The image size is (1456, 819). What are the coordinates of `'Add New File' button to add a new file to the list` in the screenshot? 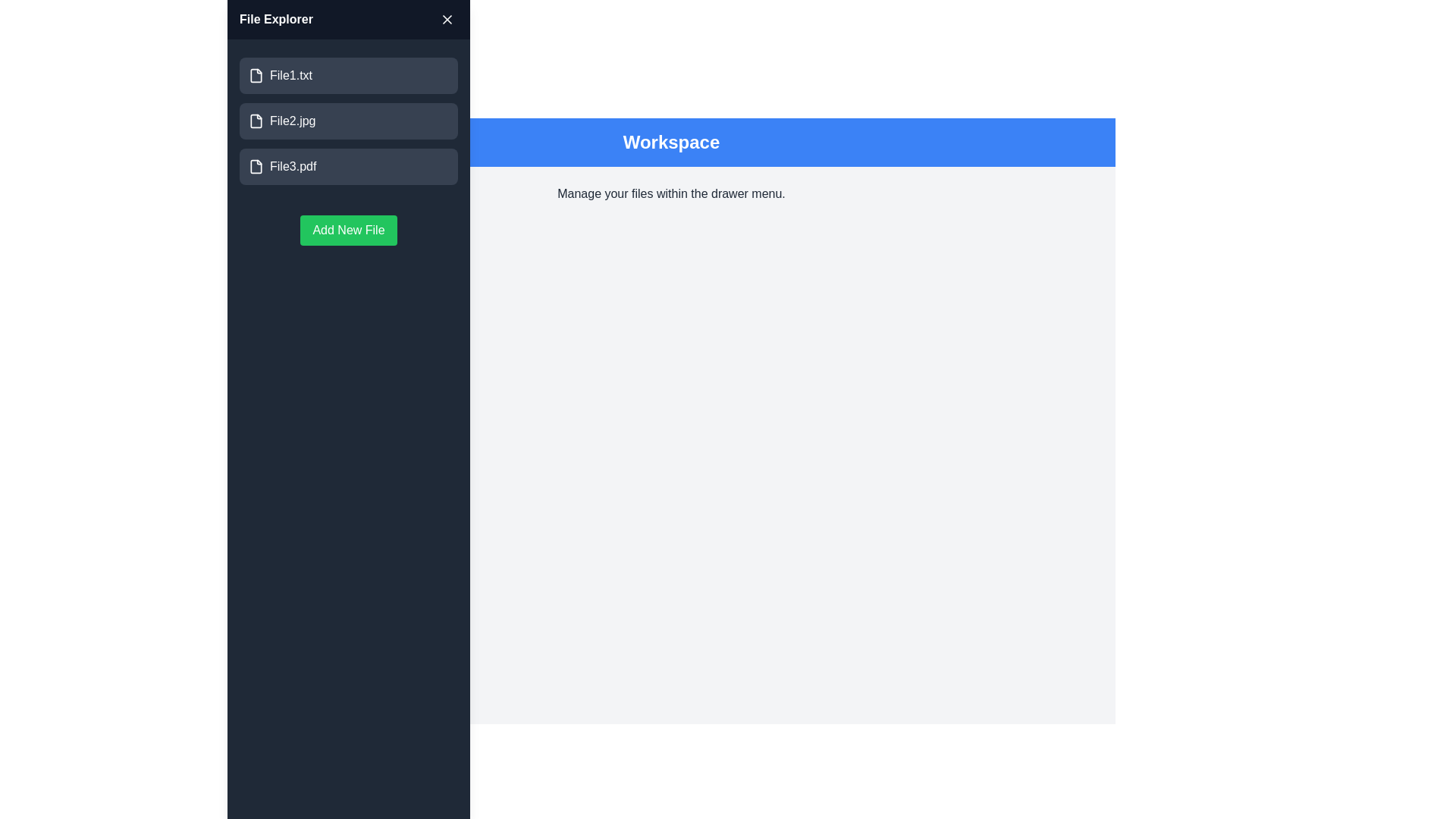 It's located at (348, 231).